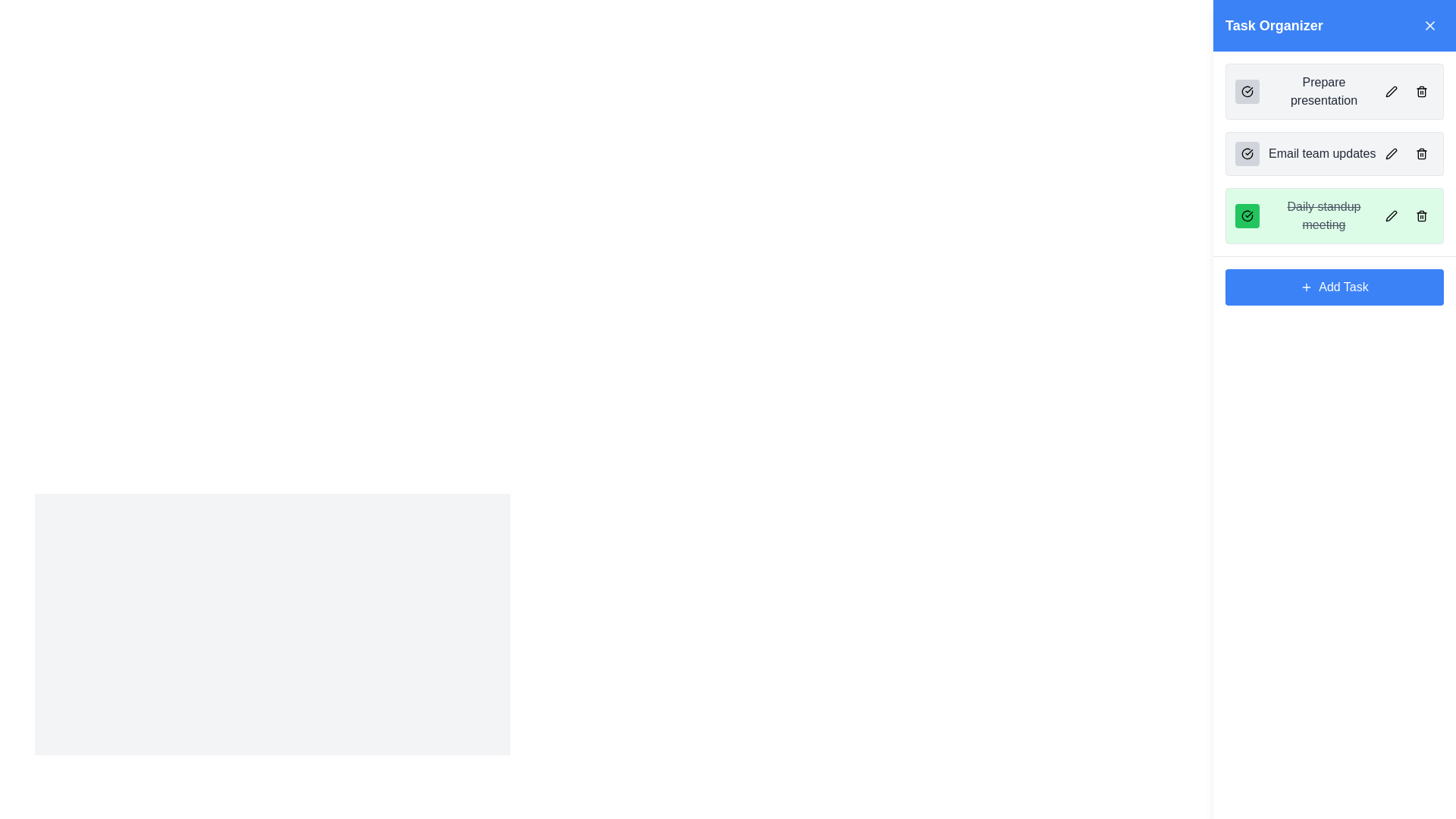  Describe the element at coordinates (1391, 216) in the screenshot. I see `the pen icon located inside the rounded rectangular button on the right-side panel of the interface to initiate editing of the 'Daily standup meeting' task` at that location.